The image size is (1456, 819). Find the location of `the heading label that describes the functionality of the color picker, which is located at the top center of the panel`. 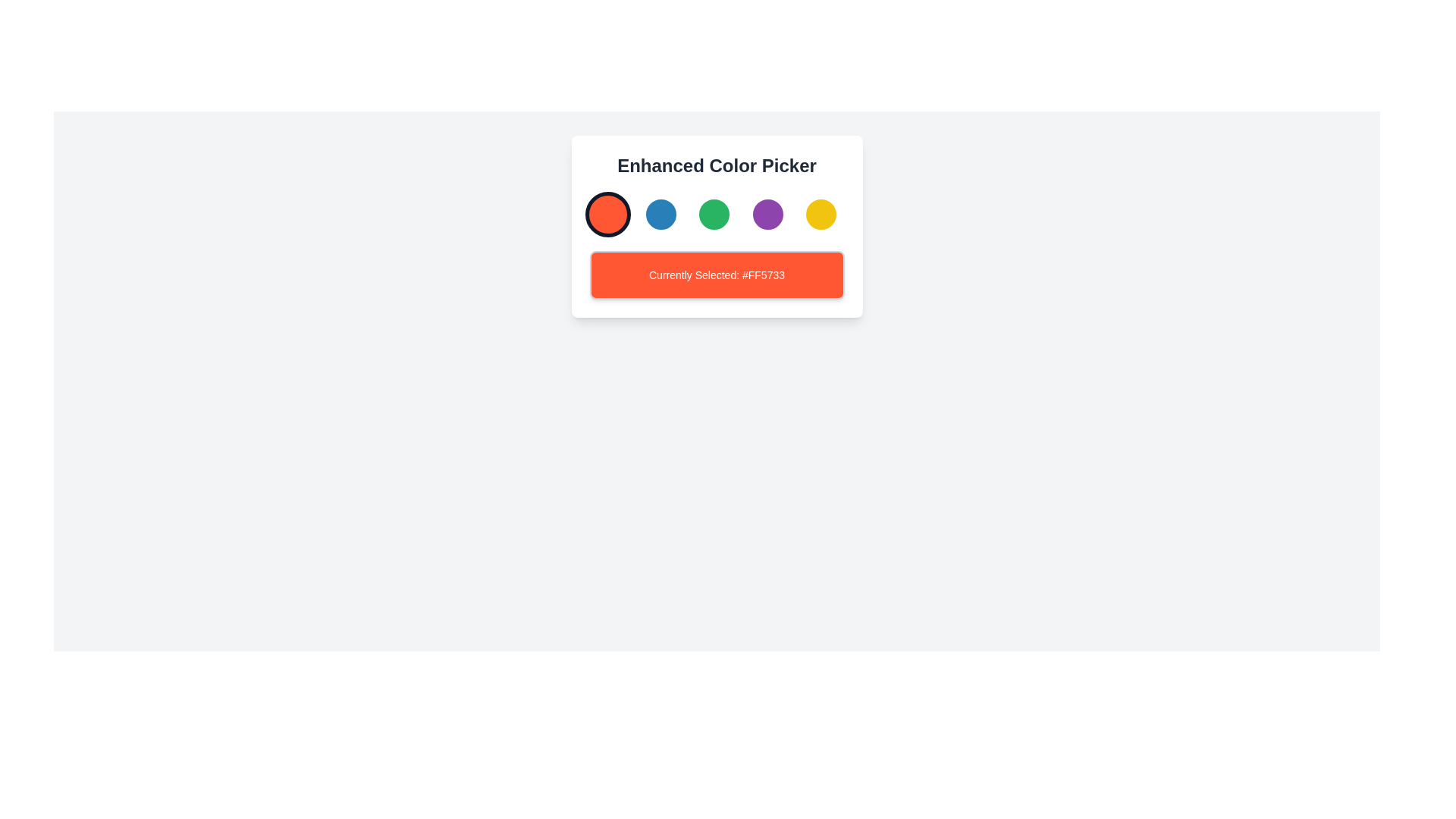

the heading label that describes the functionality of the color picker, which is located at the top center of the panel is located at coordinates (716, 166).